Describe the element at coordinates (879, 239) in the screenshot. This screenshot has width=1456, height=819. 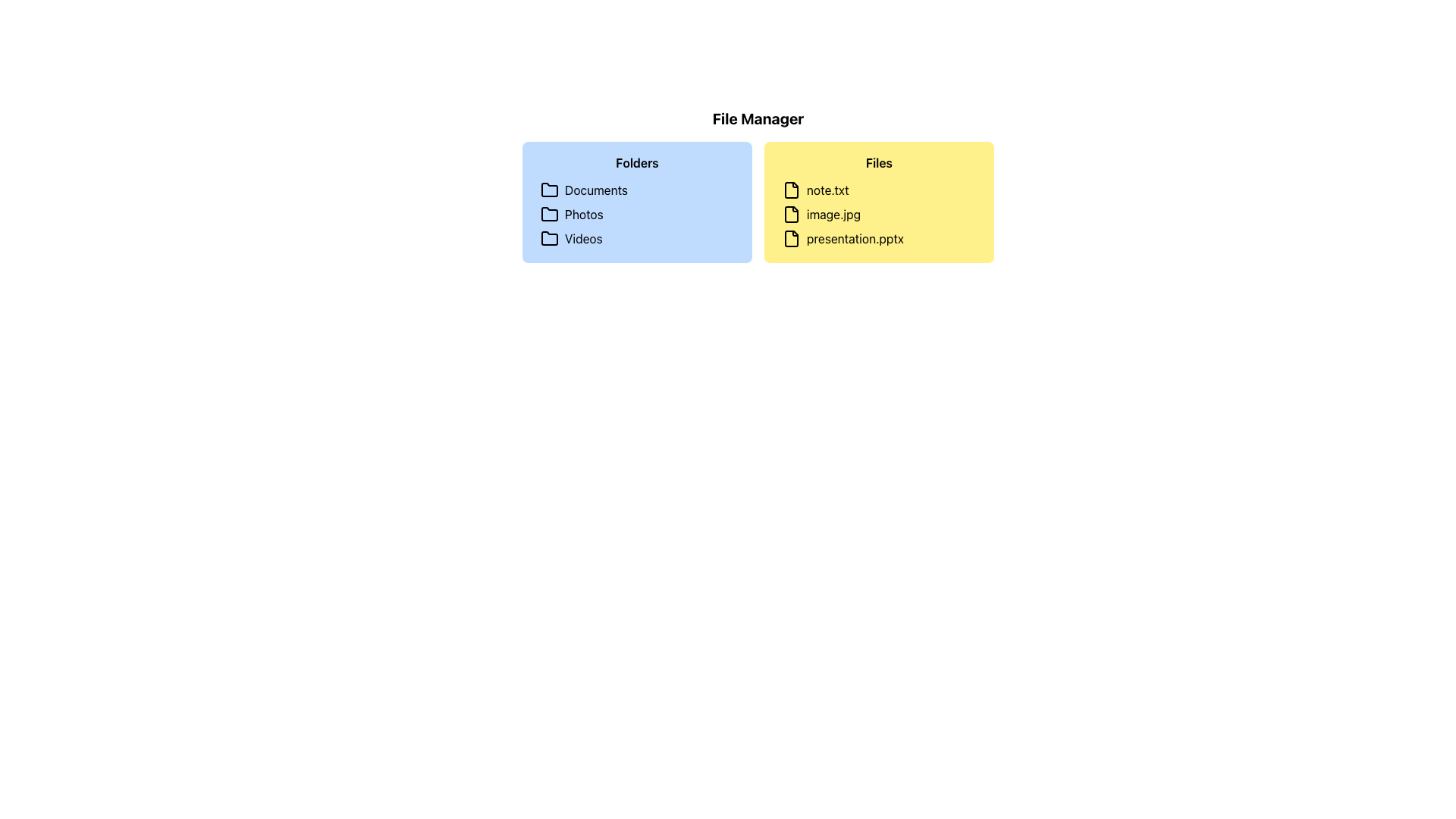
I see `the file entry row labeled 'presentation.pptx' in the file listing interface` at that location.